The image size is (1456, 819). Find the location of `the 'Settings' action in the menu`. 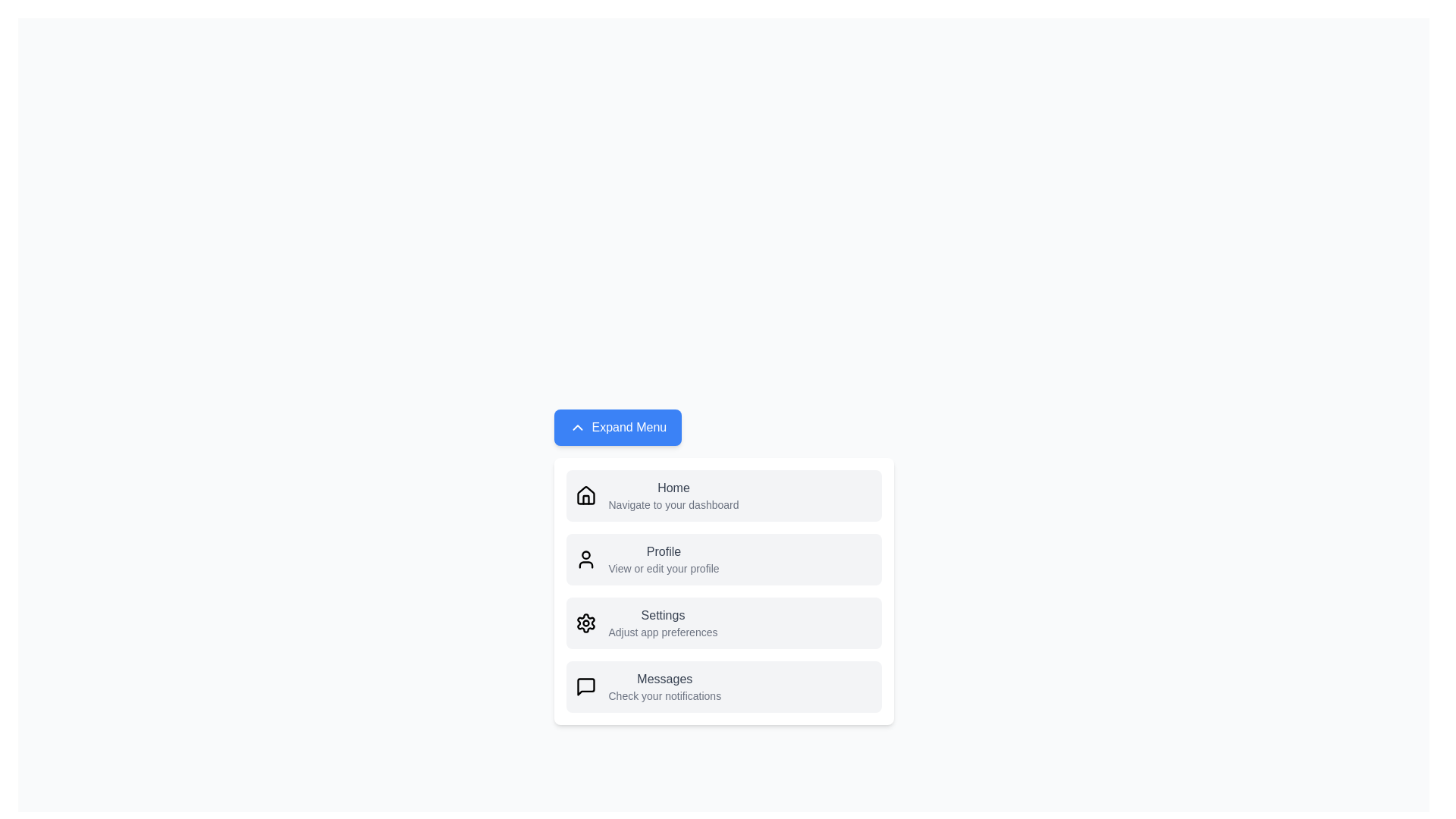

the 'Settings' action in the menu is located at coordinates (663, 623).